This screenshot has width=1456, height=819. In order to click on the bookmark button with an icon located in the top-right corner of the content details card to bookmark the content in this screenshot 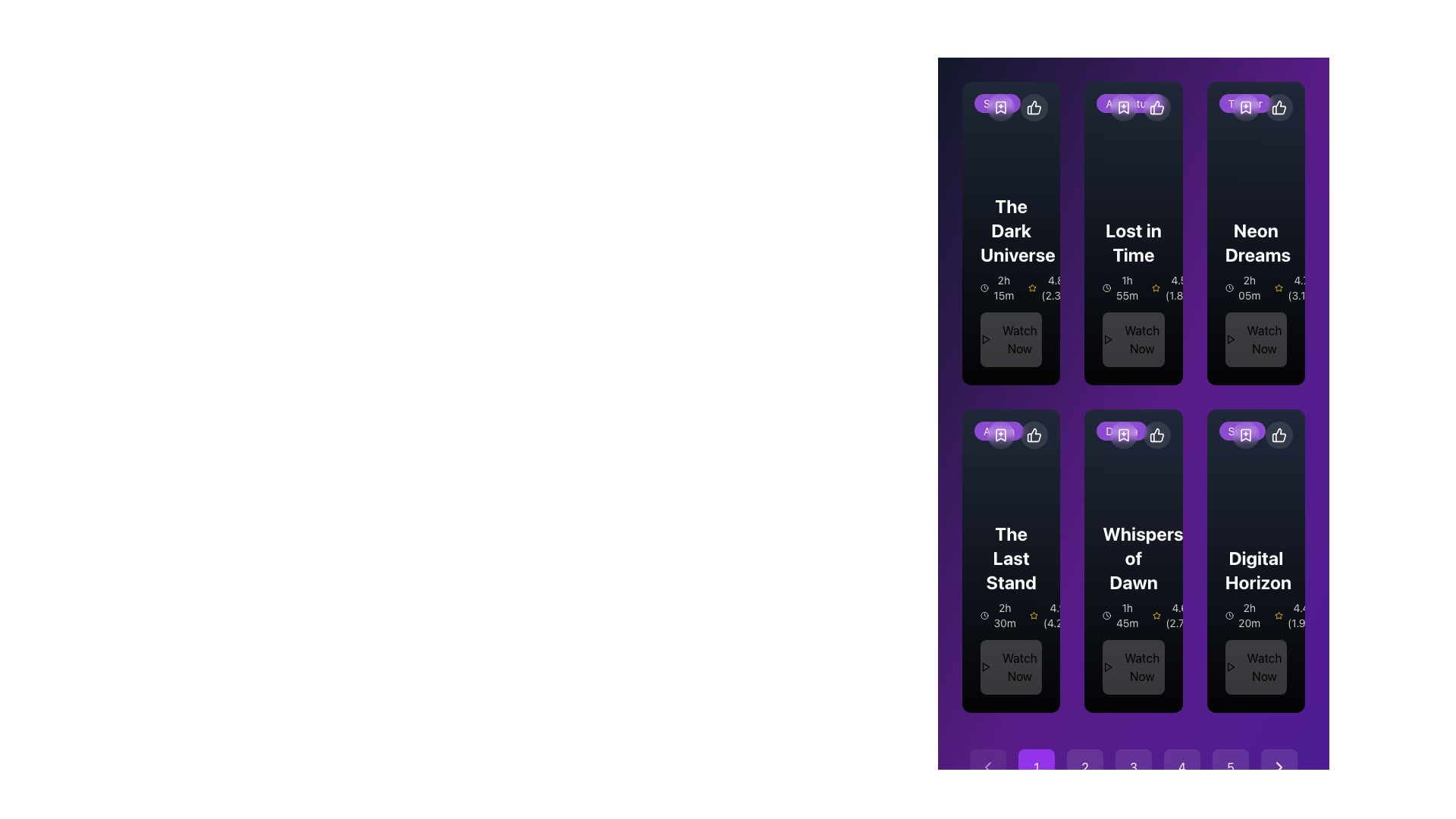, I will do `click(1123, 435)`.